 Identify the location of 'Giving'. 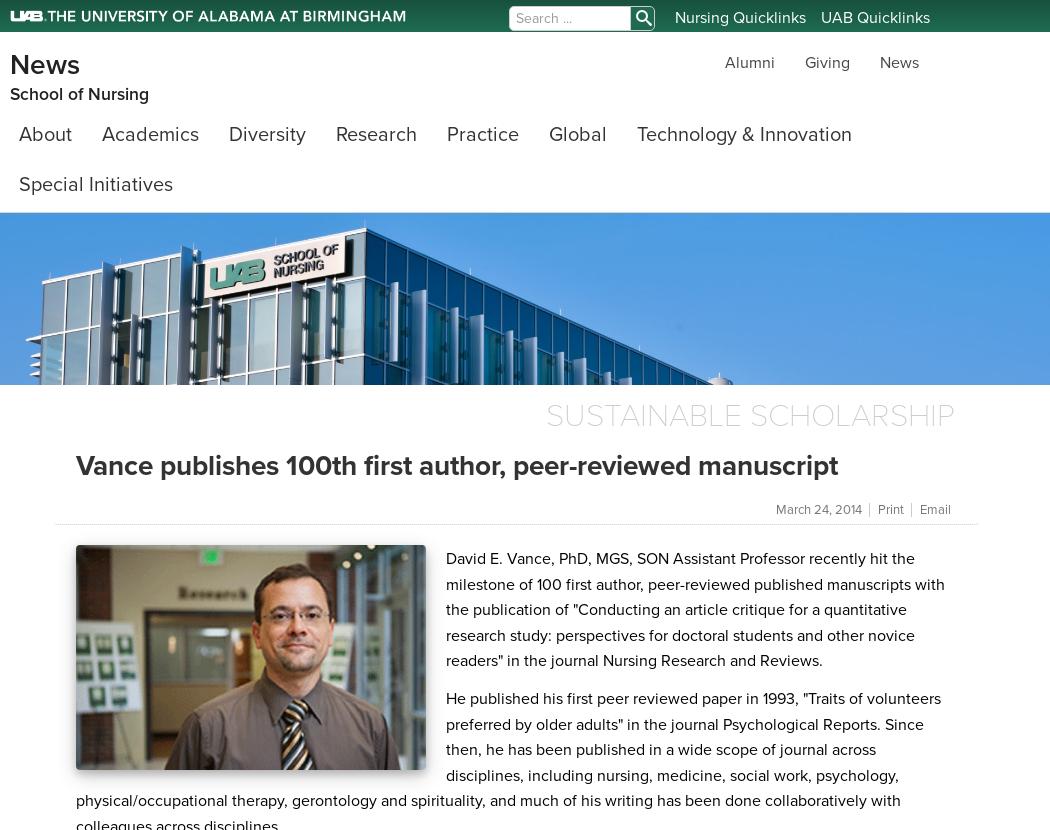
(804, 61).